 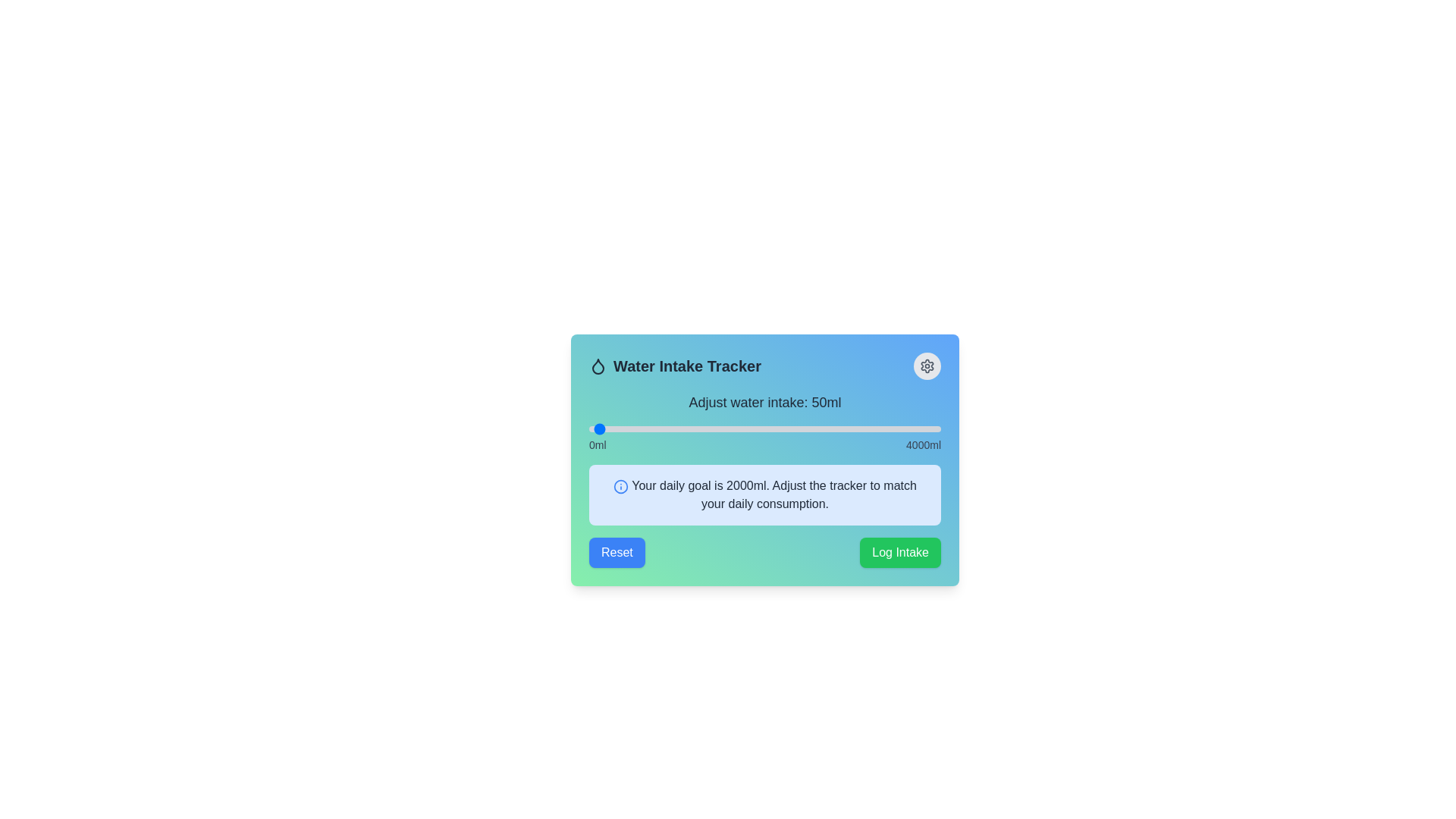 What do you see at coordinates (597, 366) in the screenshot?
I see `the water droplet icon located at the start of the header section of the card-like widget, positioned left to the title 'Water Intake Tracker'` at bounding box center [597, 366].